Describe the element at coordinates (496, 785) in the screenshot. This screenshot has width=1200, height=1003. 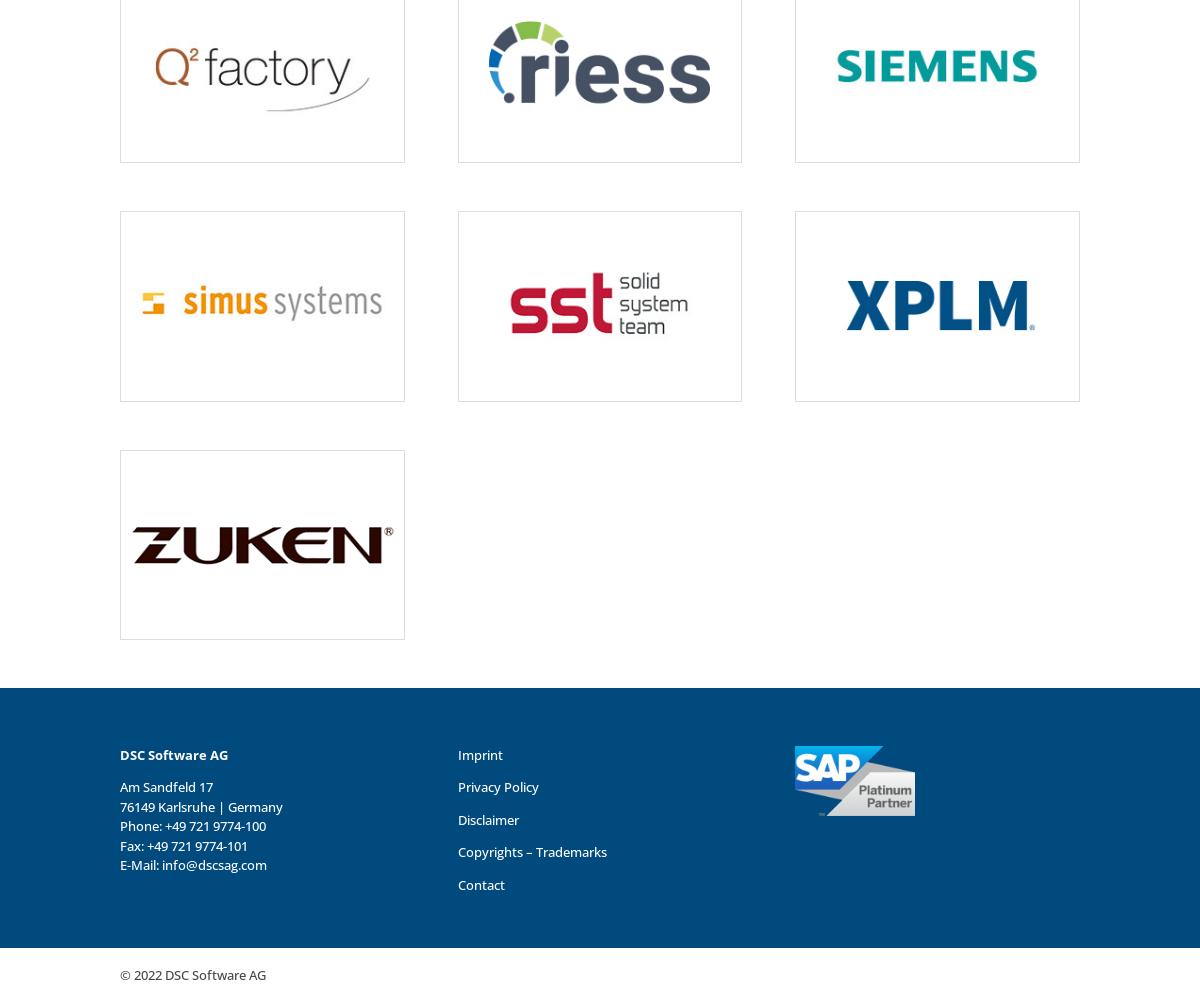
I see `'Privacy Policy'` at that location.